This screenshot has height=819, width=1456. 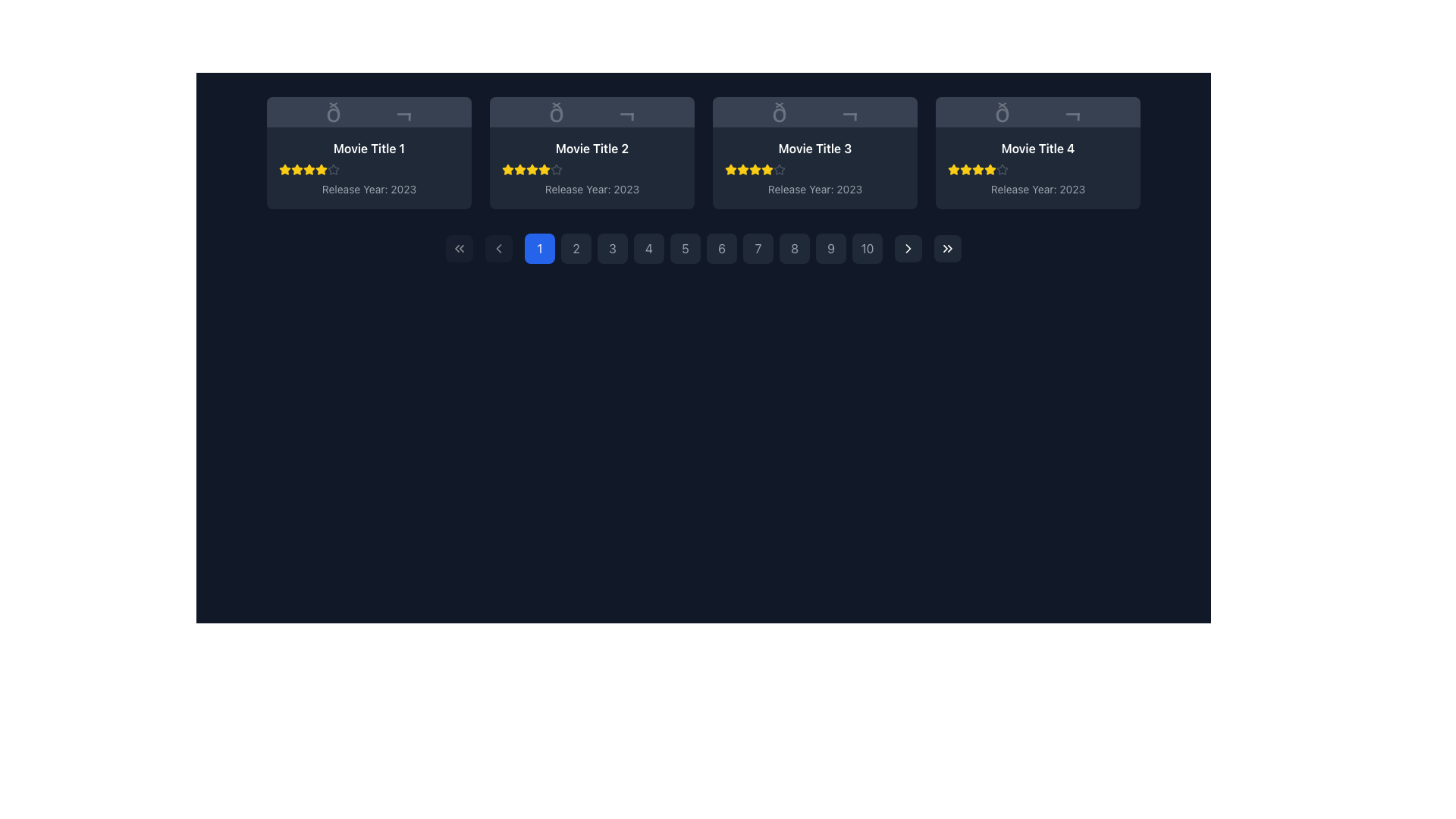 I want to click on the text label displaying 'Movie Title 3', which is in bold white font on a dark background, located at the center of the third card in a horizontally aligned movie list, so click(x=814, y=149).